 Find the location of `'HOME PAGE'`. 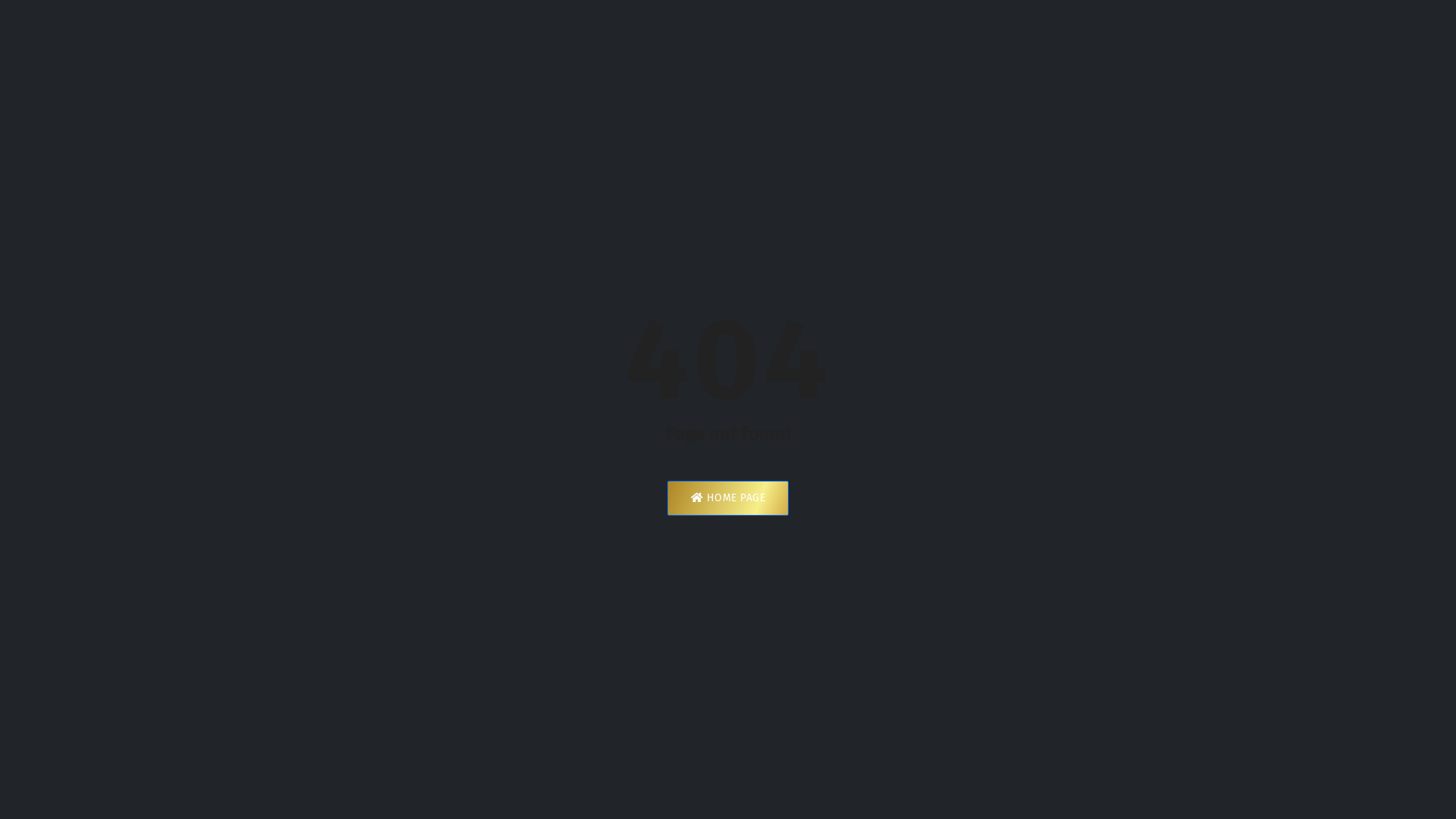

'HOME PAGE' is located at coordinates (728, 497).